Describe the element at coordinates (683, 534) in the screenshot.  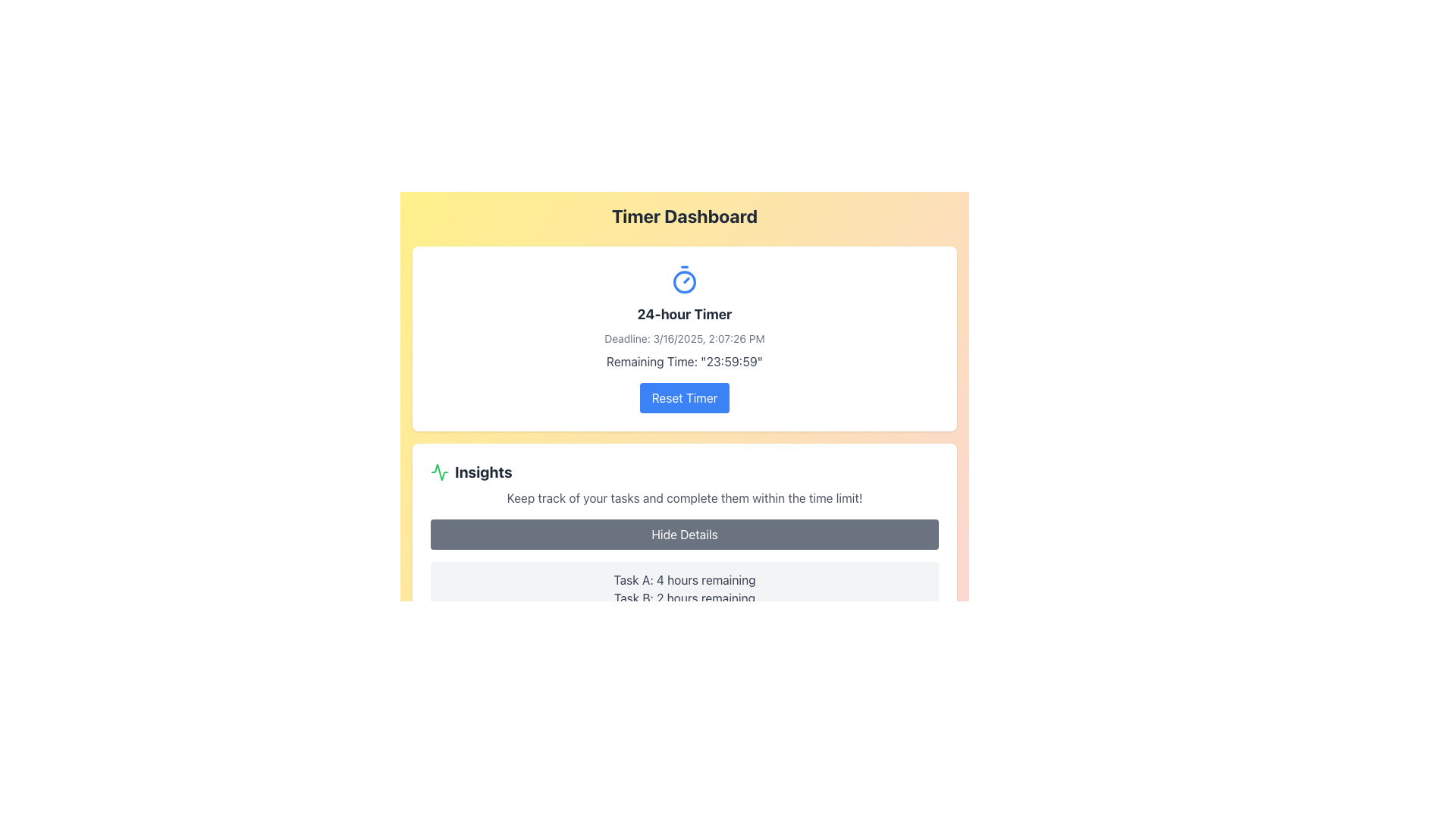
I see `the rectangular button with a dark gray background and white text reading 'Hide Details' to hide details` at that location.